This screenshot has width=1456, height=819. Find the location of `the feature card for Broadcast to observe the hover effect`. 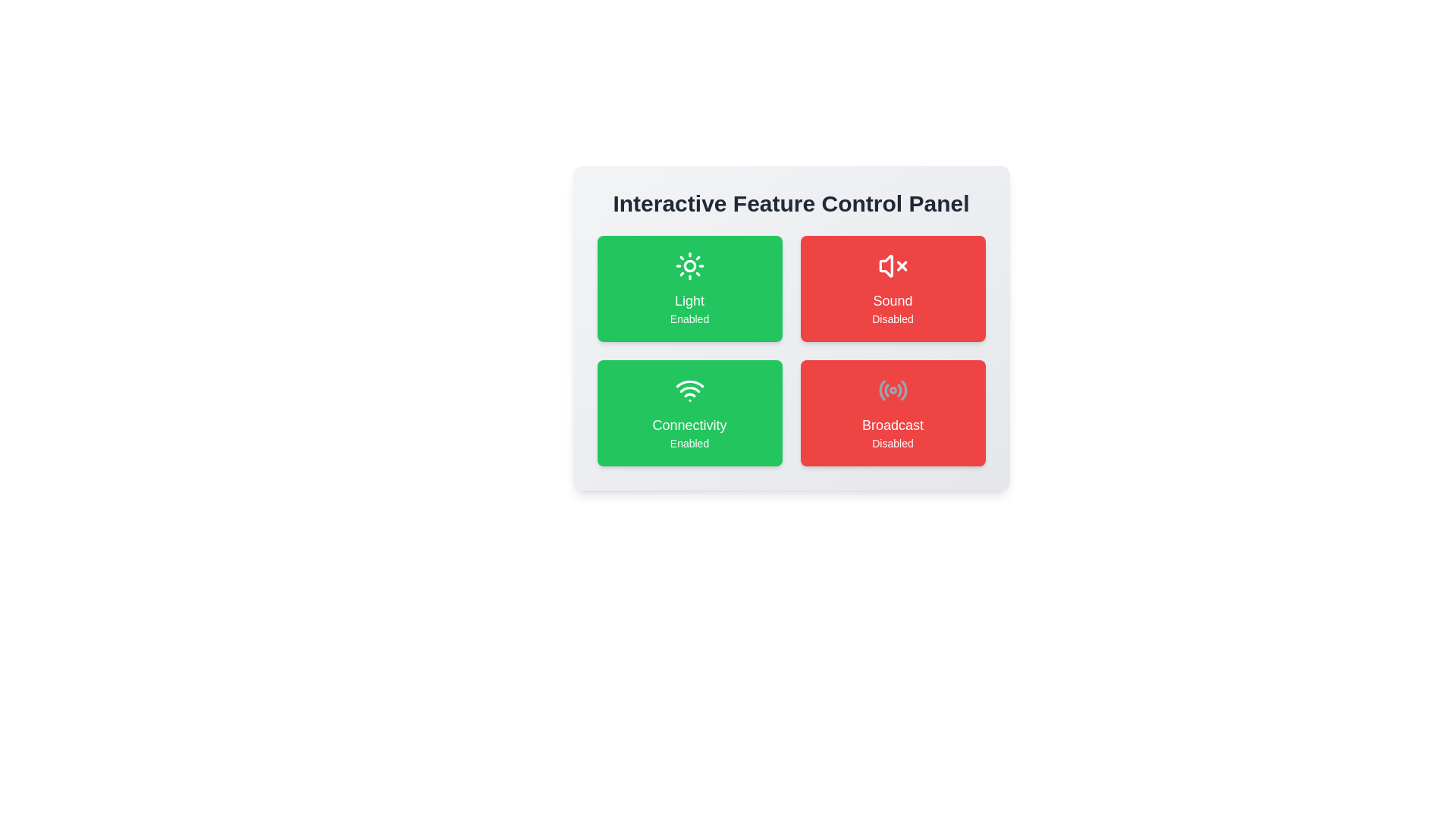

the feature card for Broadcast to observe the hover effect is located at coordinates (893, 413).